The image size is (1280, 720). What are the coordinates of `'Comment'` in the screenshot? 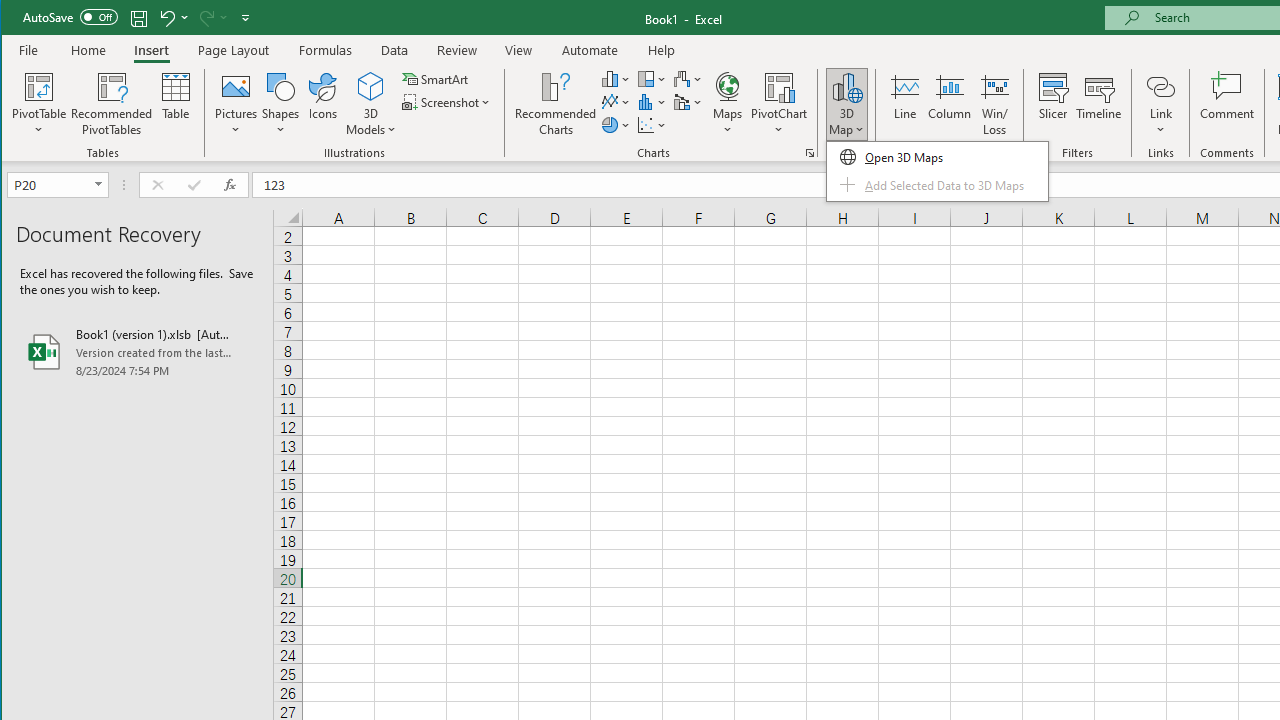 It's located at (1226, 104).